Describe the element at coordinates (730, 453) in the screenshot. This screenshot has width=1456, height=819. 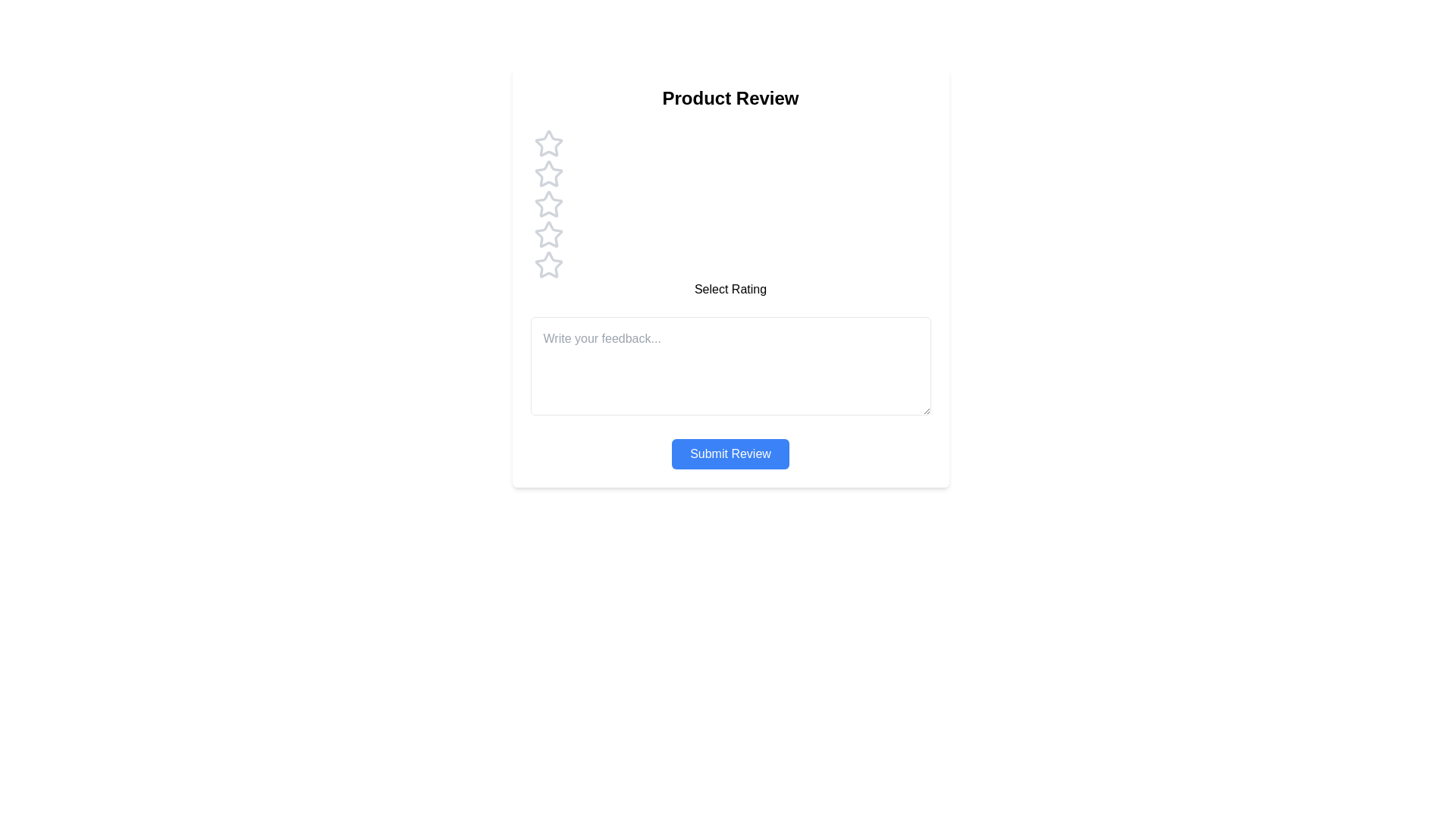
I see `the blue rectangular button with rounded corners labeled 'Submit Review' located centrally at the bottom of the card interface` at that location.